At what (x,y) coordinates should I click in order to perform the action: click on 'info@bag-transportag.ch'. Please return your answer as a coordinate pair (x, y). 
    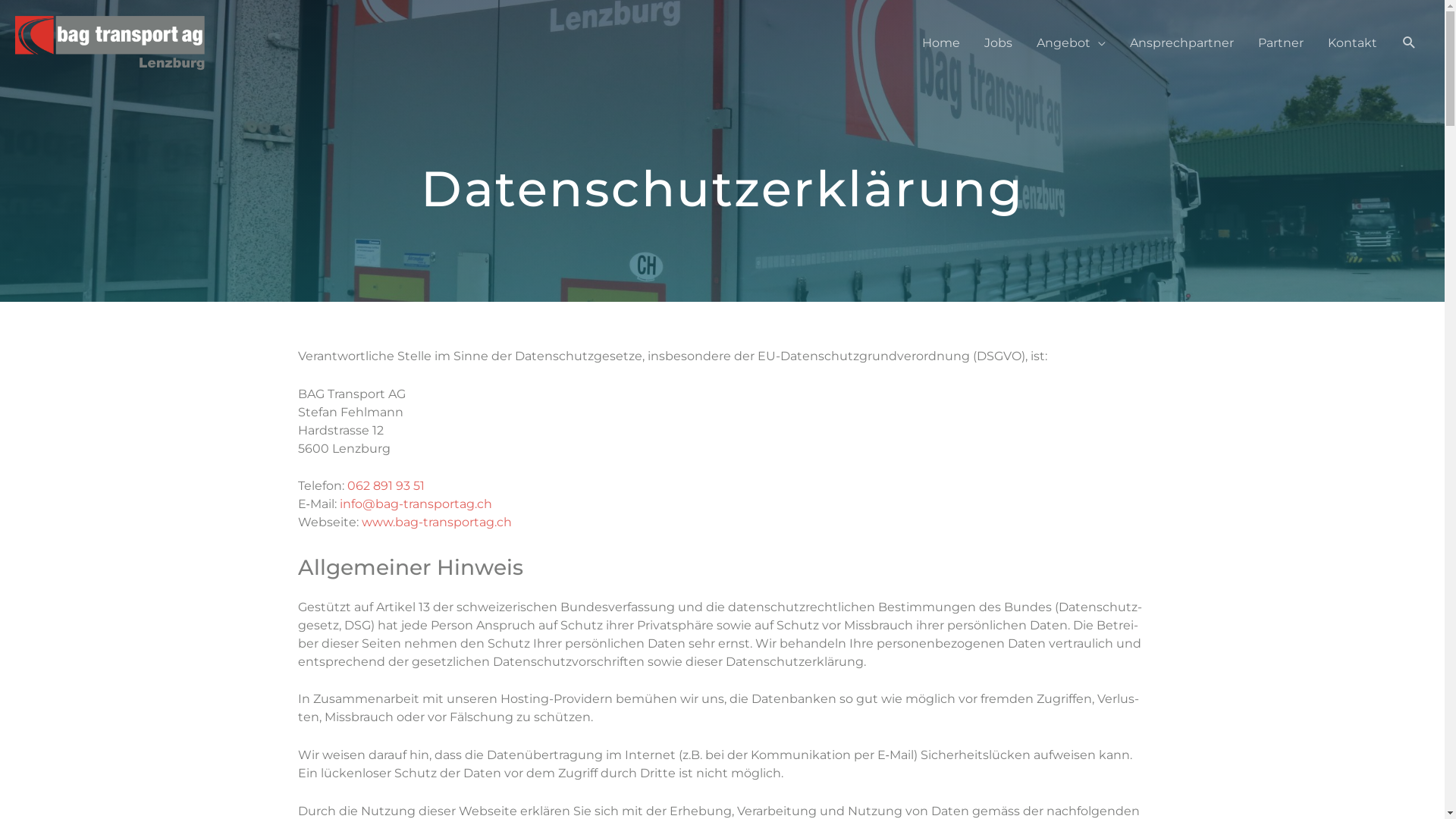
    Looking at the image, I should click on (416, 504).